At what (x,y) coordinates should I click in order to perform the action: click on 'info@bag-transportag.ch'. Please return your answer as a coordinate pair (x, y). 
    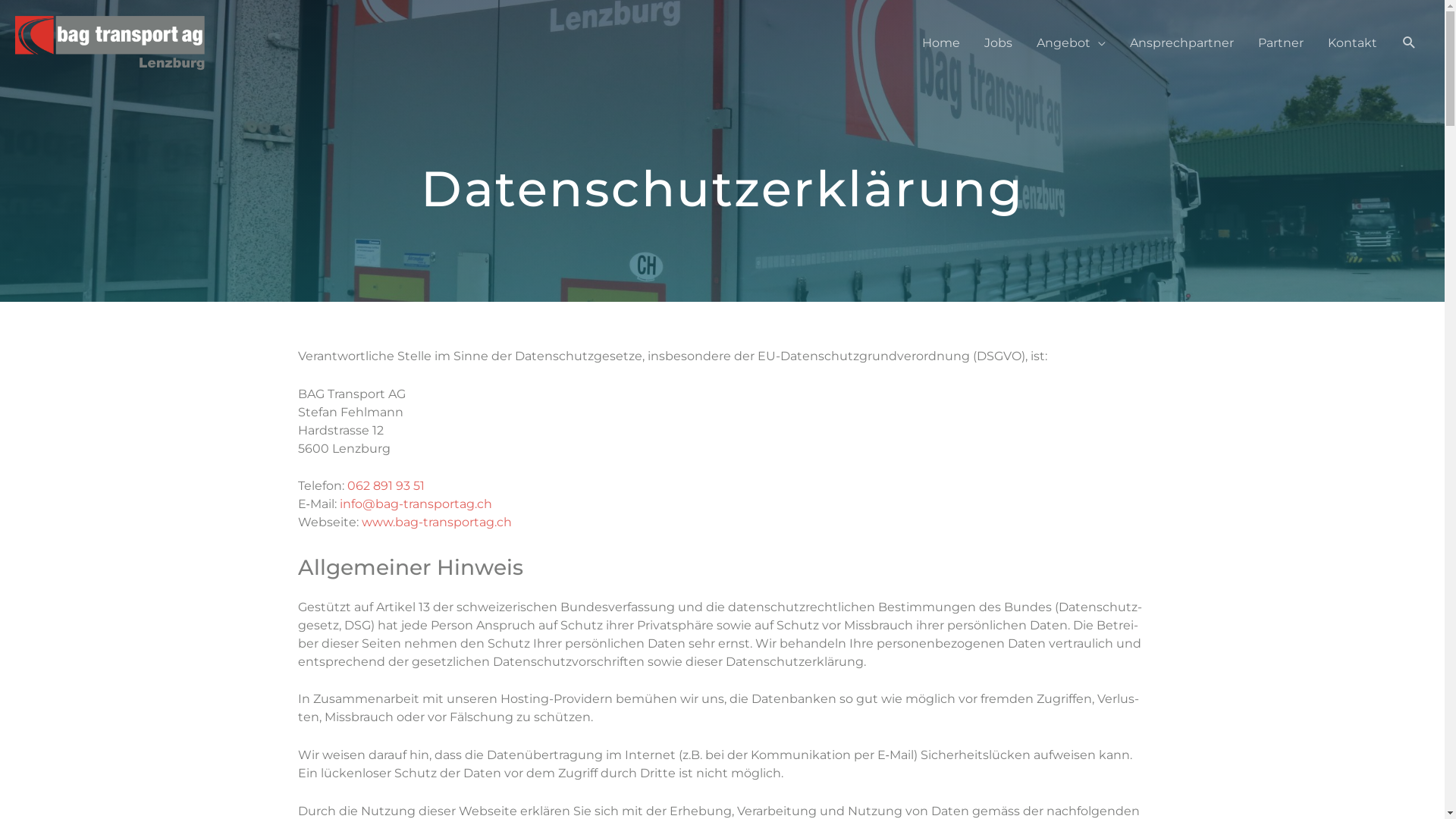
    Looking at the image, I should click on (416, 504).